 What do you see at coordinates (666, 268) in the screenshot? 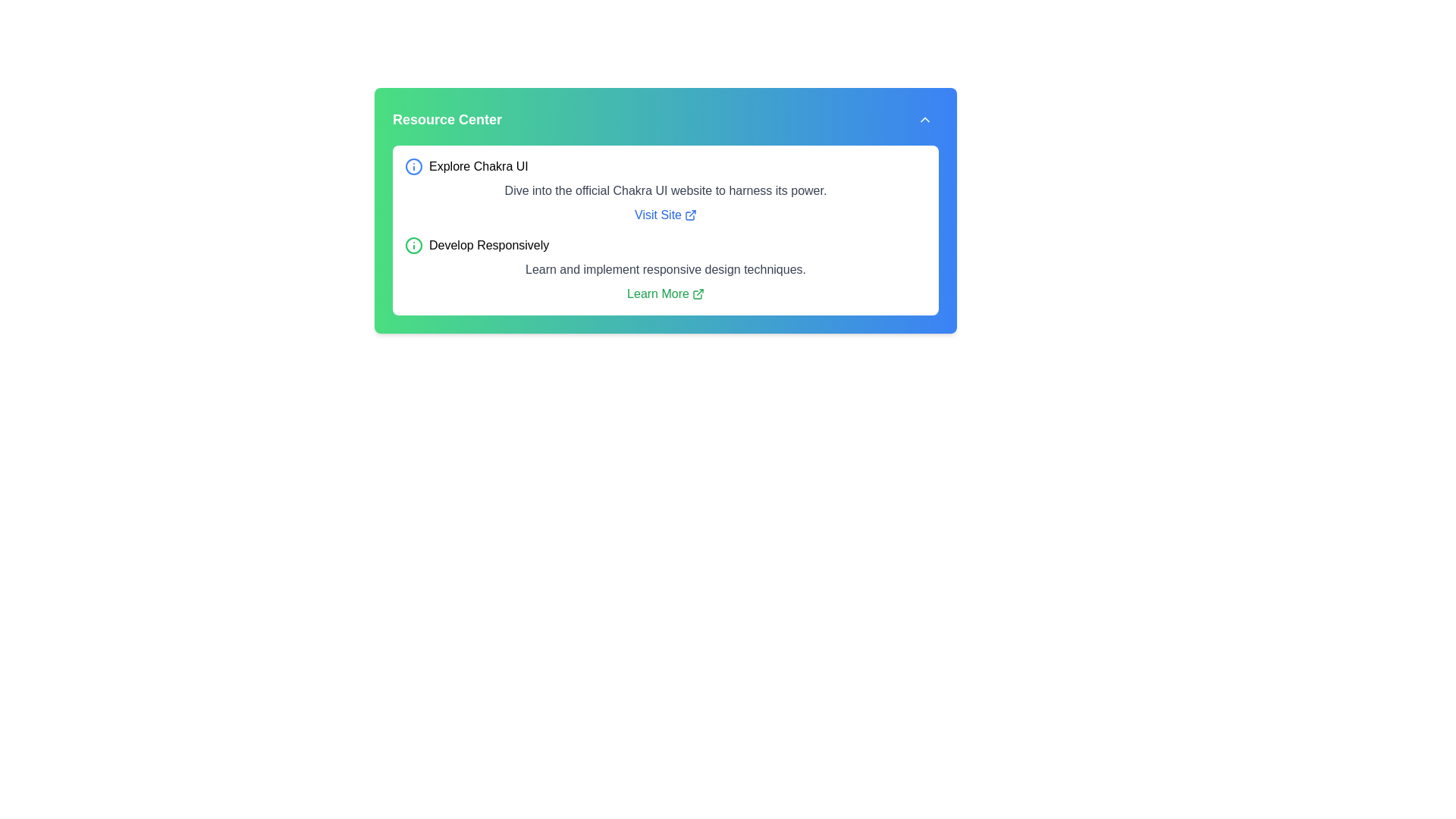
I see `the descriptive text about implementing responsive design techniques, located under the 'Develop Responsively' heading in the 'Resource Center' section, directly above the 'Learn More' link` at bounding box center [666, 268].